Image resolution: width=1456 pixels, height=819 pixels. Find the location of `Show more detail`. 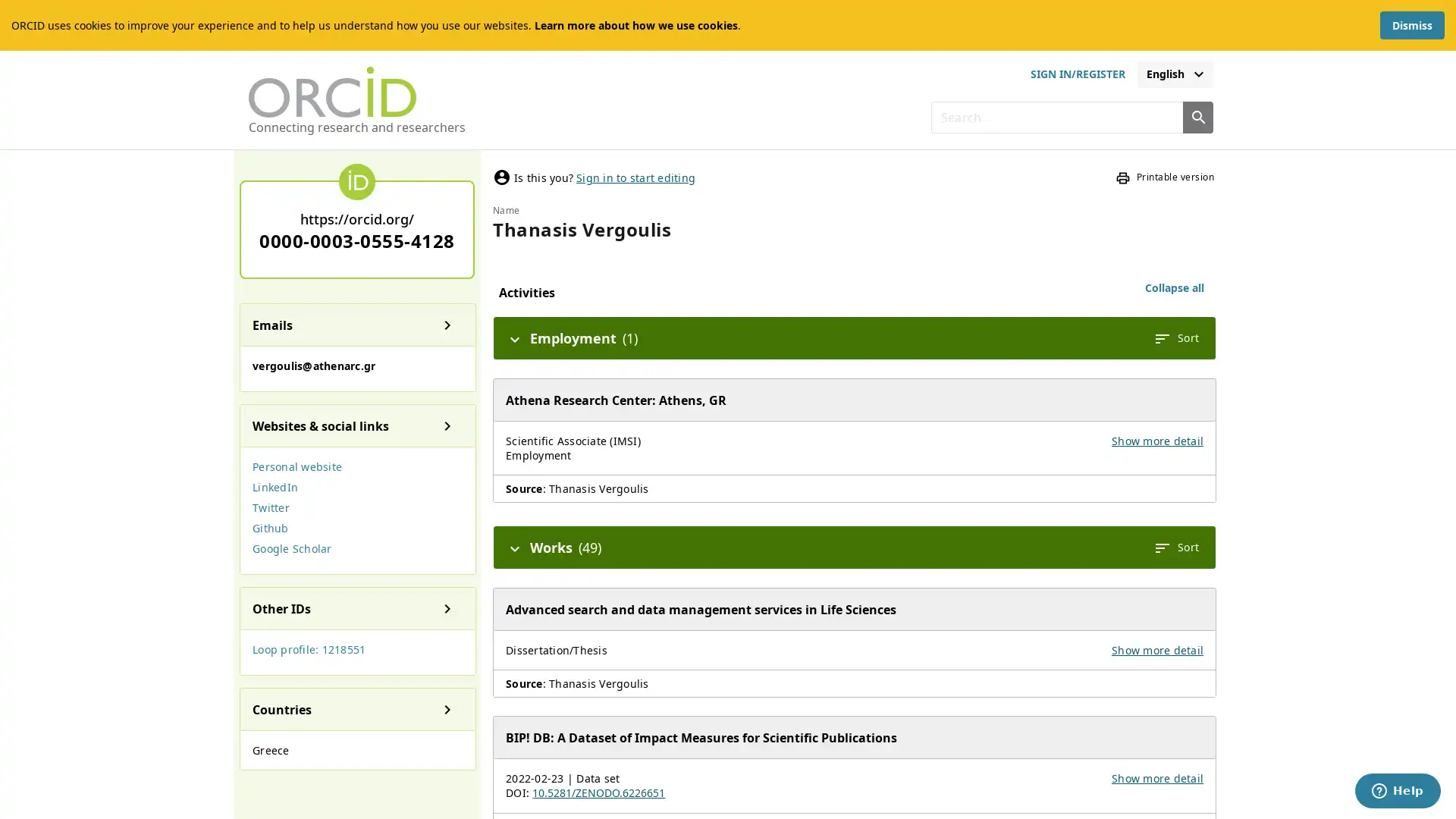

Show more detail is located at coordinates (1156, 441).